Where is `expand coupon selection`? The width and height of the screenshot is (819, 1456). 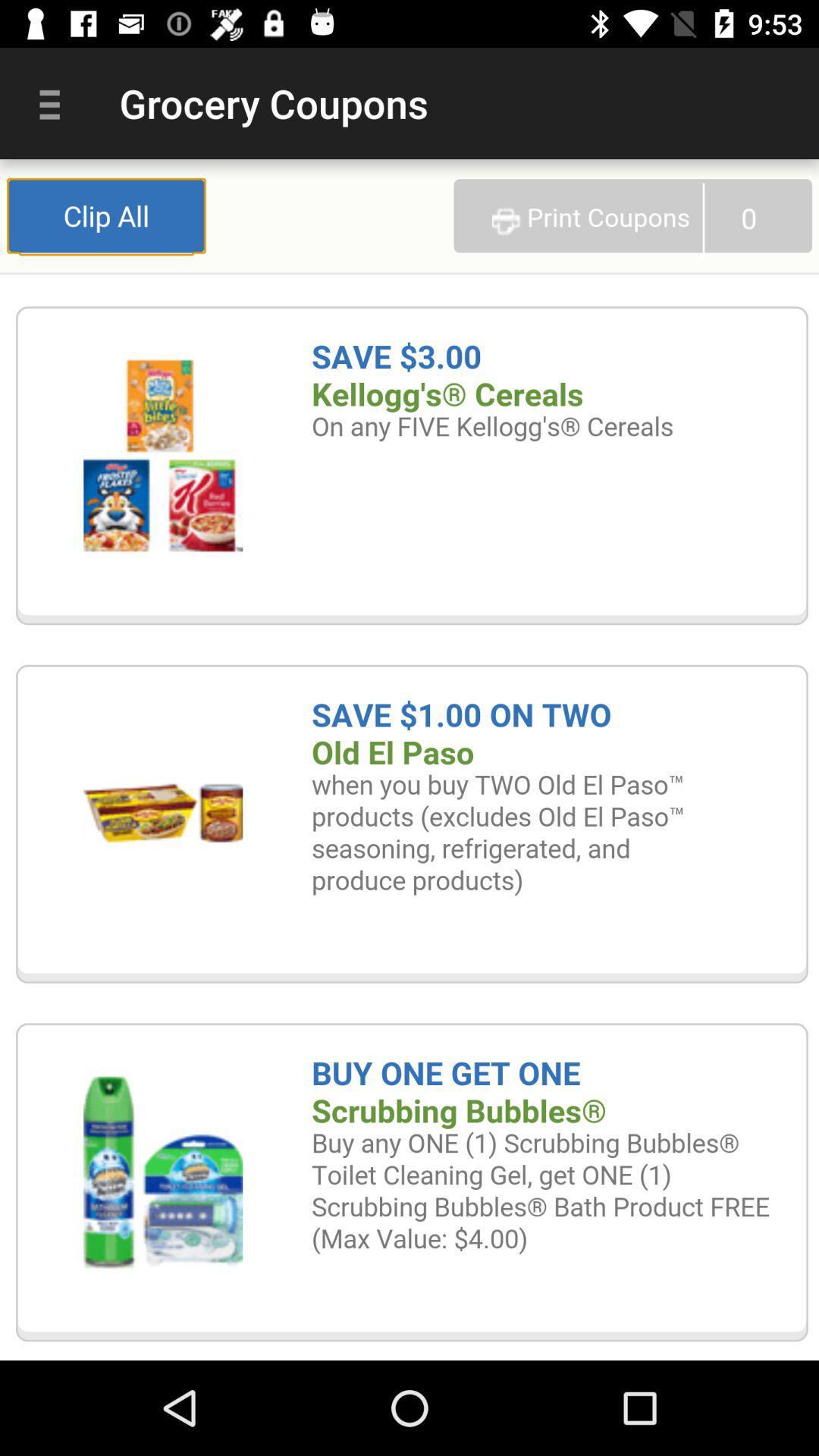
expand coupon selection is located at coordinates (409, 760).